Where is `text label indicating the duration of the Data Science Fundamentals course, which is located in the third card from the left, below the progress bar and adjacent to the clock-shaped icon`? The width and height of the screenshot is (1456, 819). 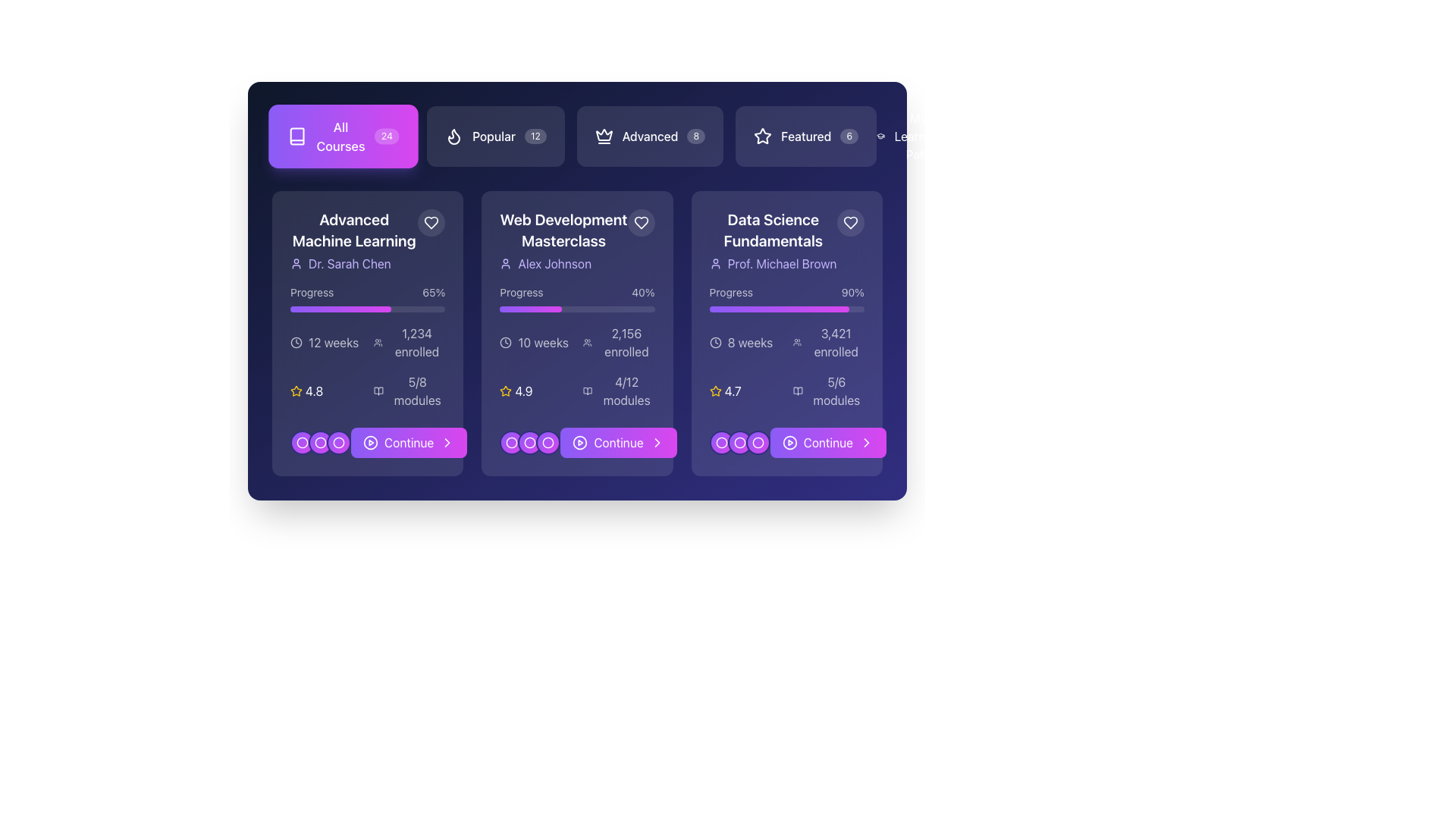 text label indicating the duration of the Data Science Fundamentals course, which is located in the third card from the left, below the progress bar and adjacent to the clock-shaped icon is located at coordinates (750, 342).